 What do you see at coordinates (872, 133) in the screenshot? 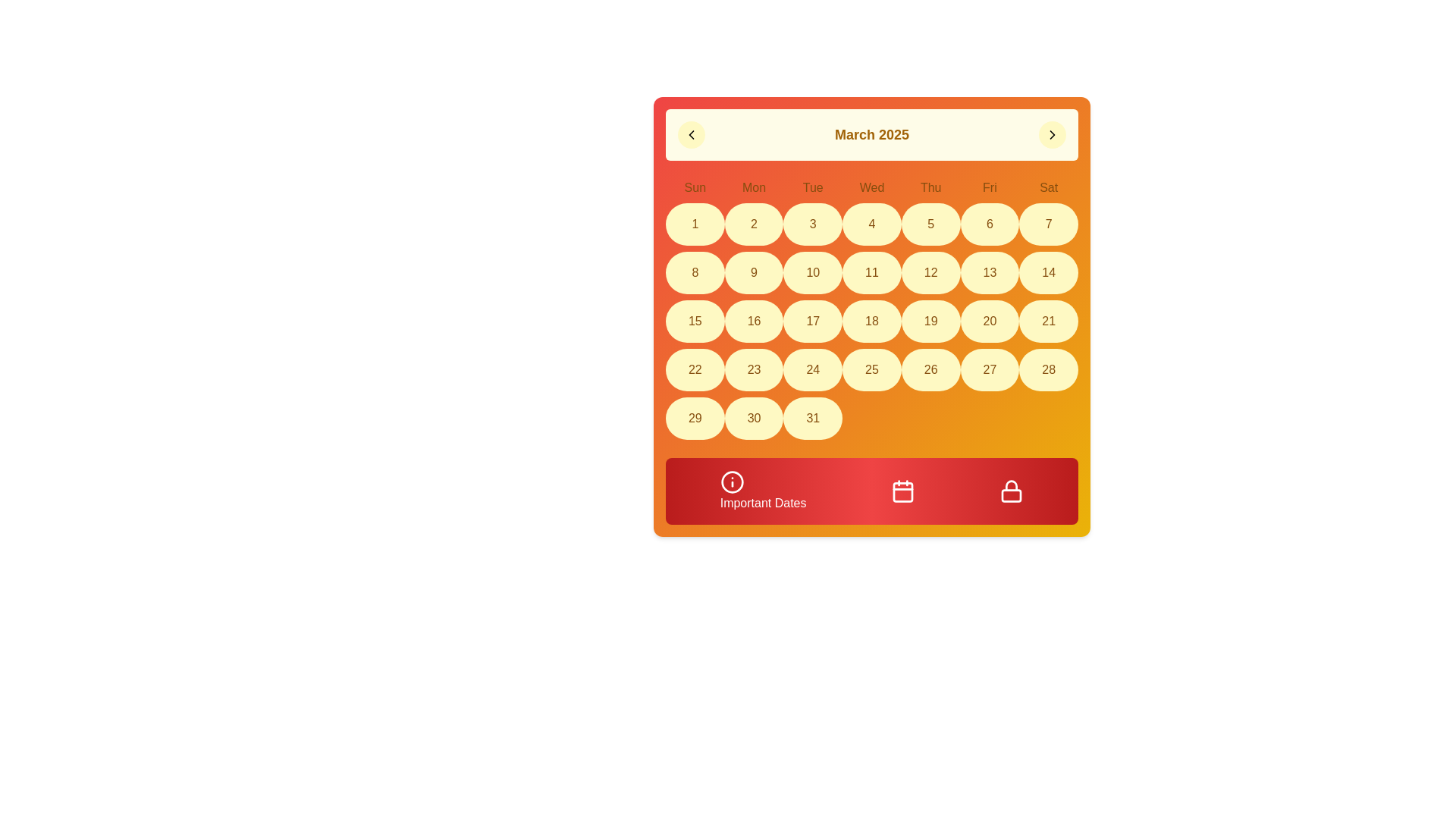
I see `the header displaying the text 'March 2025', which is styled with a bold font and yellow color, located at the top-center of the calendar interface` at bounding box center [872, 133].